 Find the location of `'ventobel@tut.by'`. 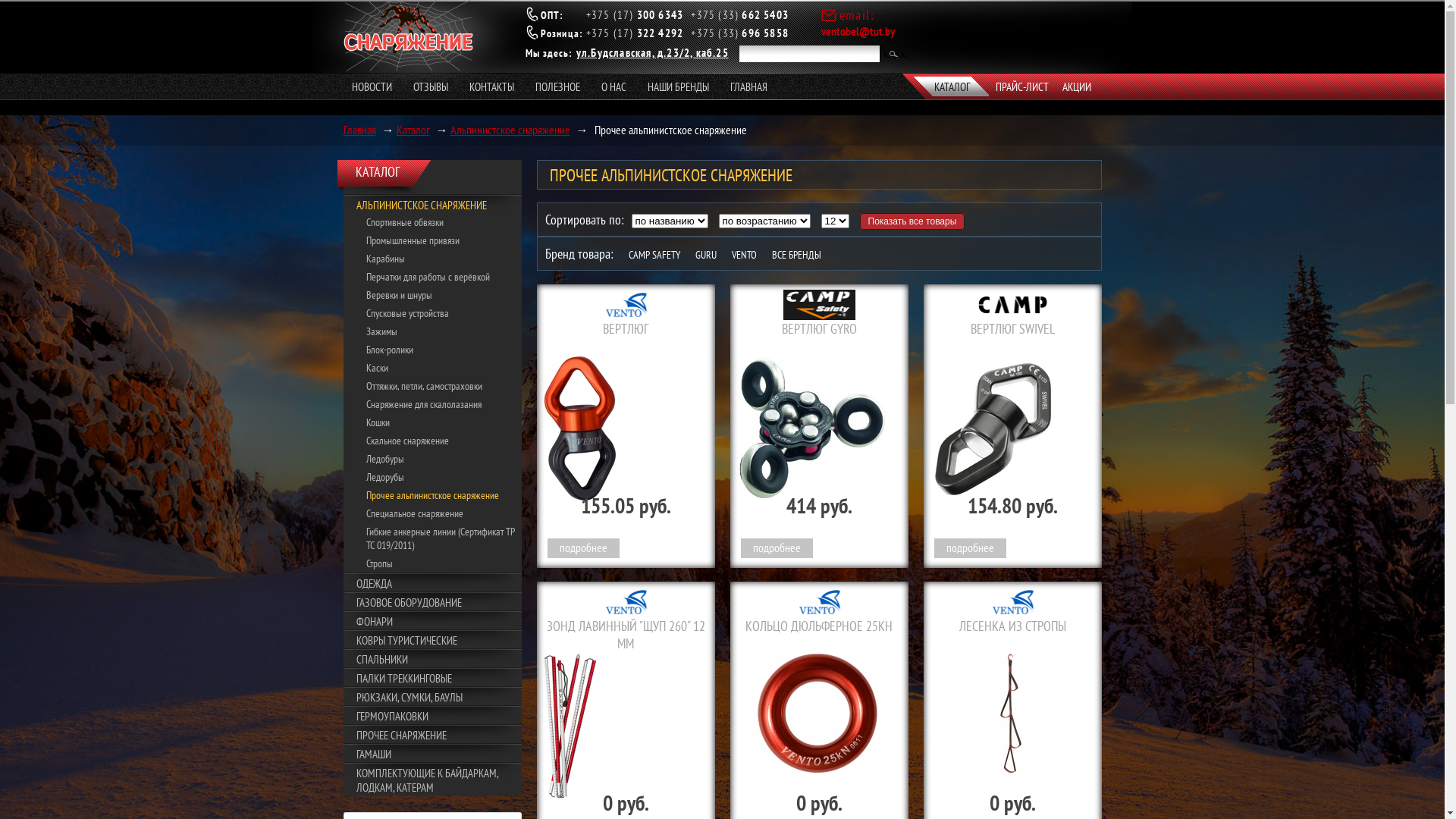

'ventobel@tut.by' is located at coordinates (857, 31).